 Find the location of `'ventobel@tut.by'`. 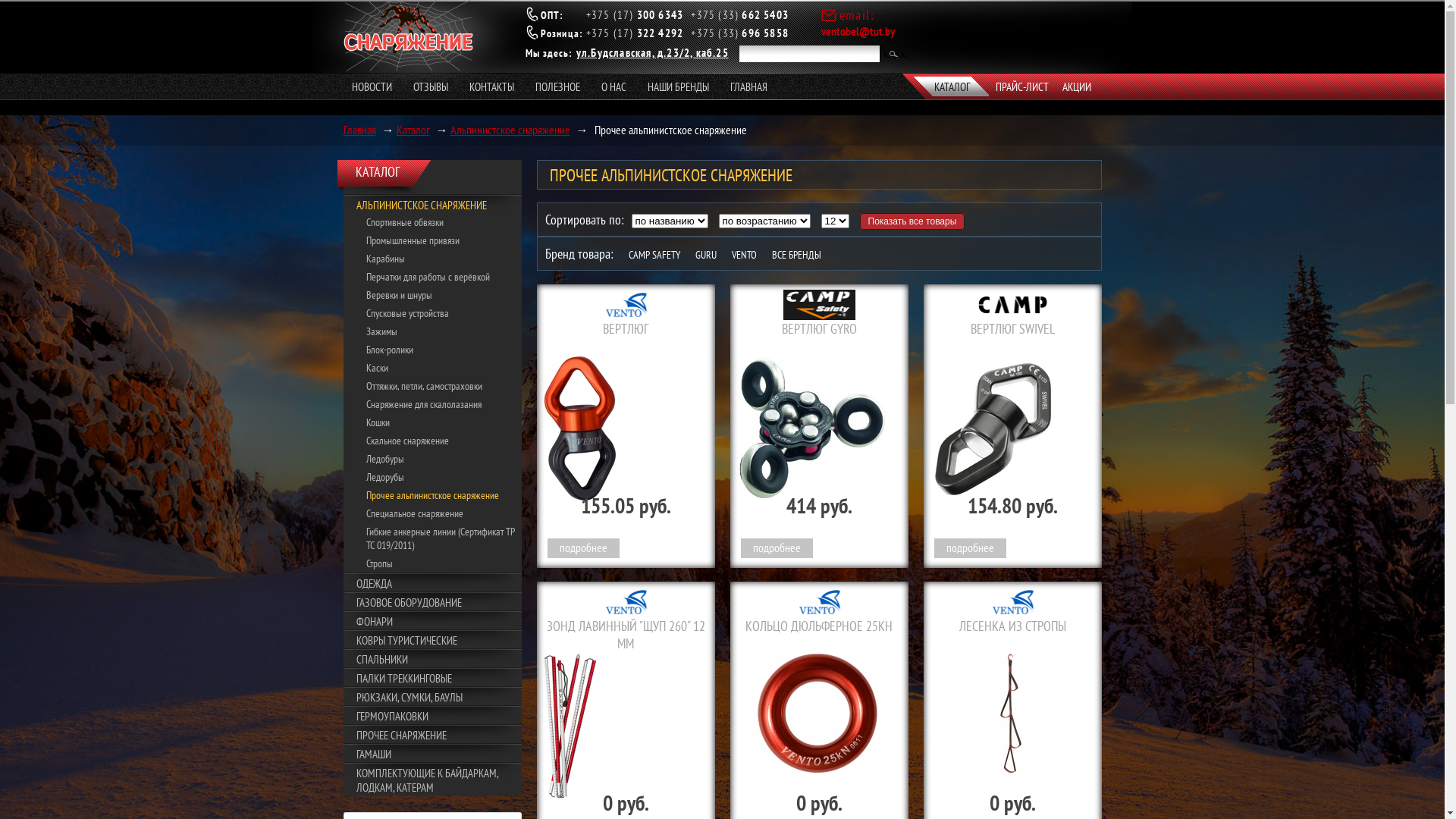

'ventobel@tut.by' is located at coordinates (857, 31).